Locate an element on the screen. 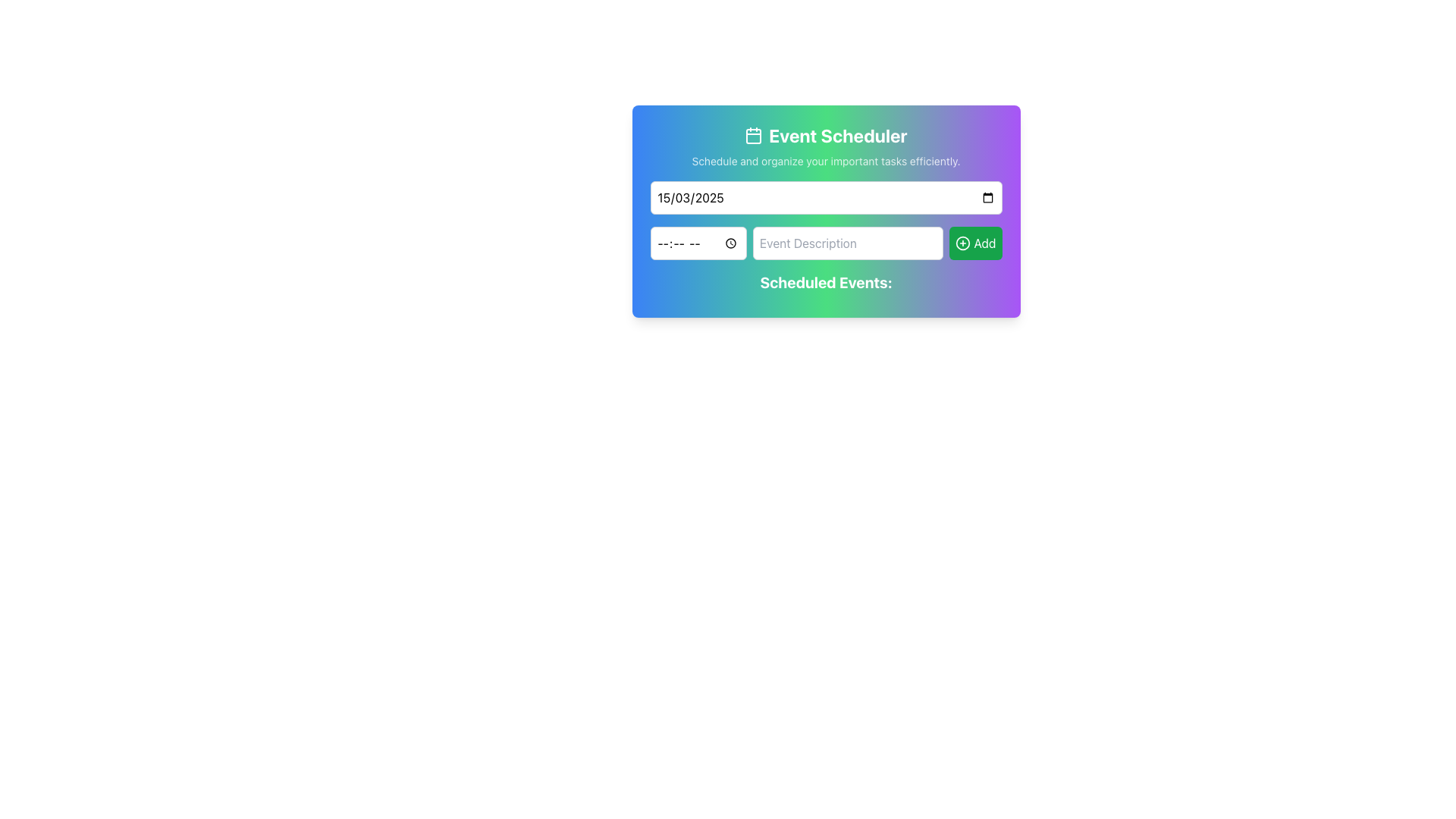  the Text Label located at the bottom of the 'Event Scheduler' card, which serves as a section header for displaying scheduled events is located at coordinates (825, 283).